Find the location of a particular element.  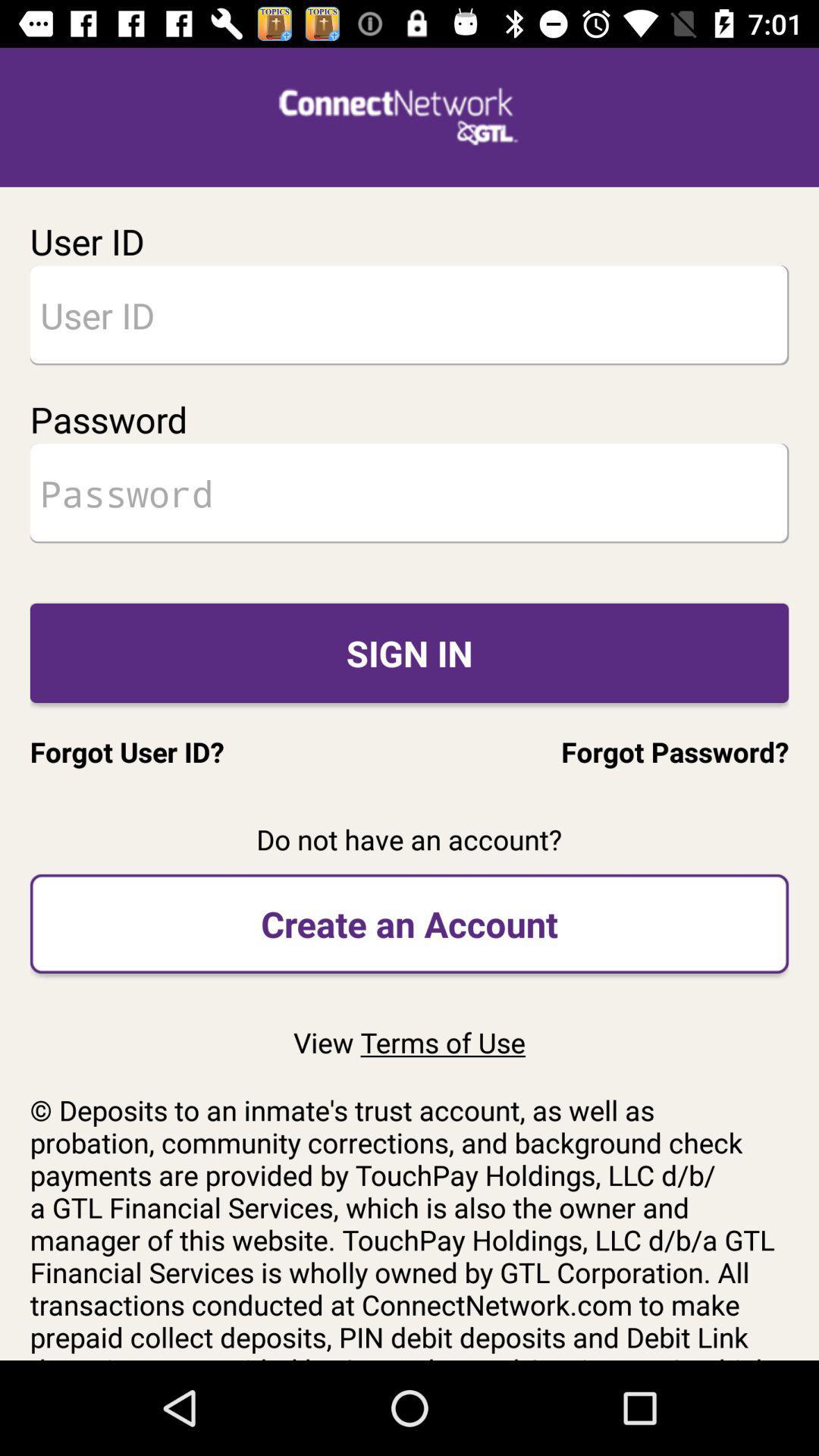

password box is located at coordinates (409, 493).